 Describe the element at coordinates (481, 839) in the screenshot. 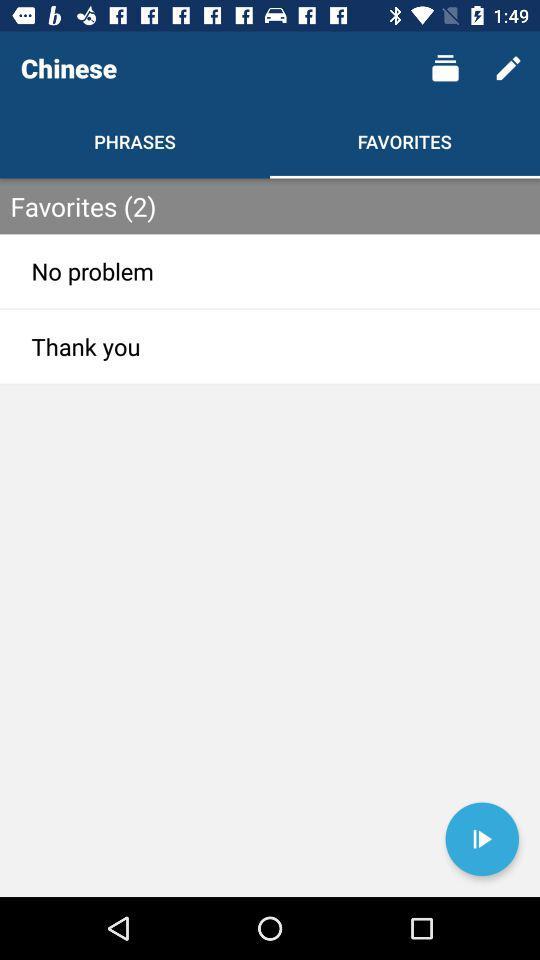

I see `the item at the bottom right corner` at that location.